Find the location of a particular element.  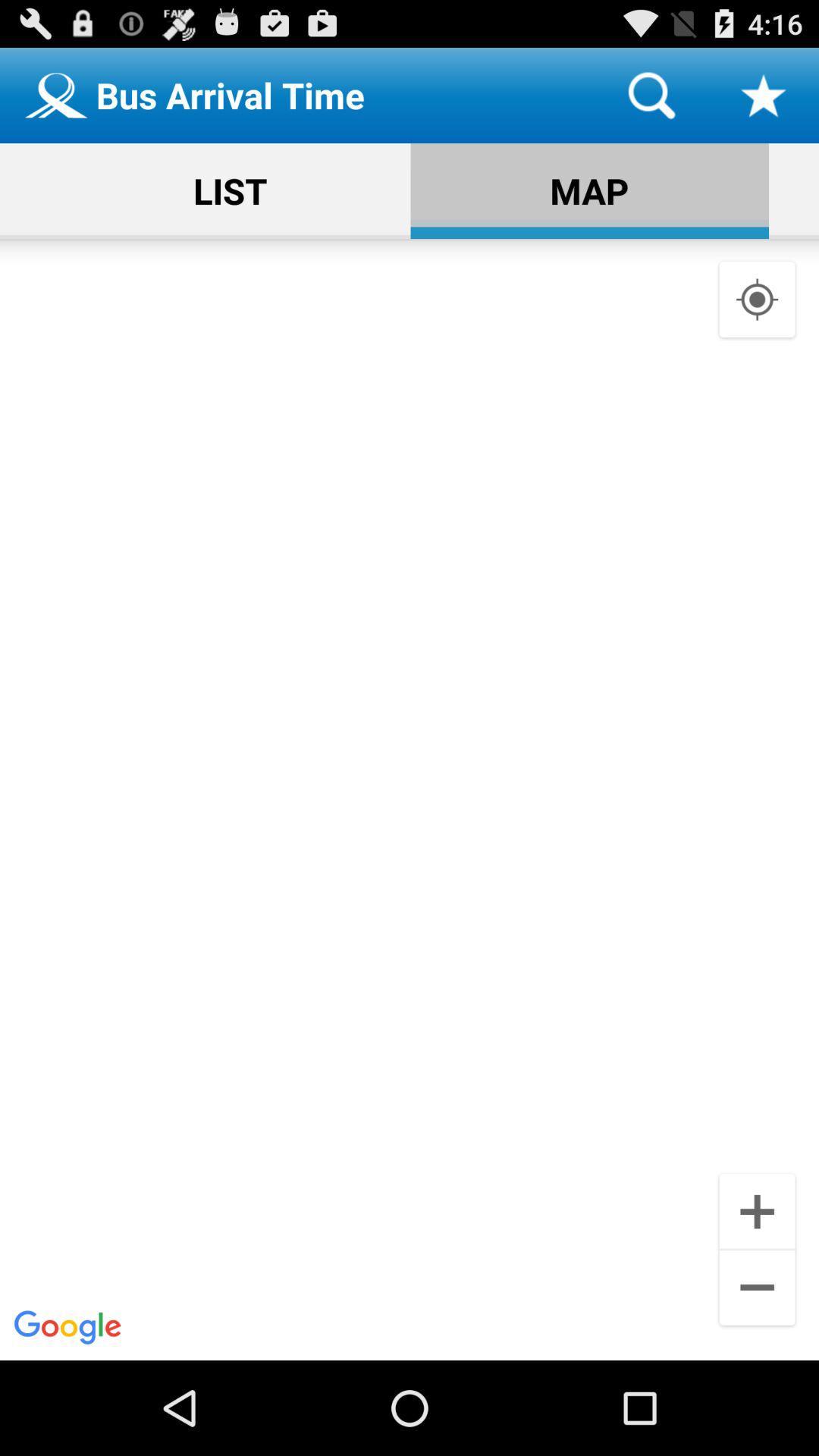

item next to bus arrival time is located at coordinates (651, 94).